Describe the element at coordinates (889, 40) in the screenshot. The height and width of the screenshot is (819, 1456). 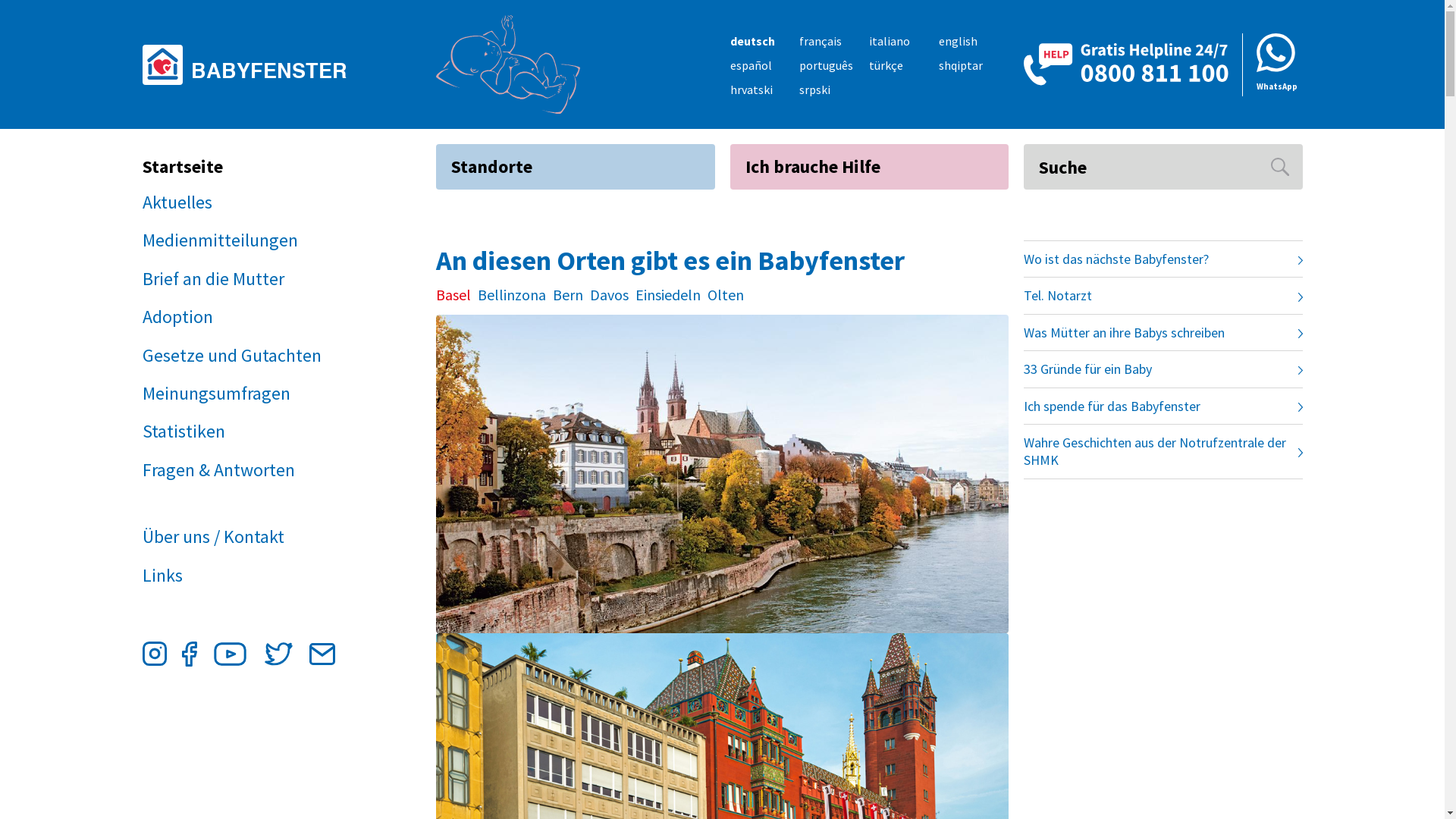
I see `'italiano'` at that location.